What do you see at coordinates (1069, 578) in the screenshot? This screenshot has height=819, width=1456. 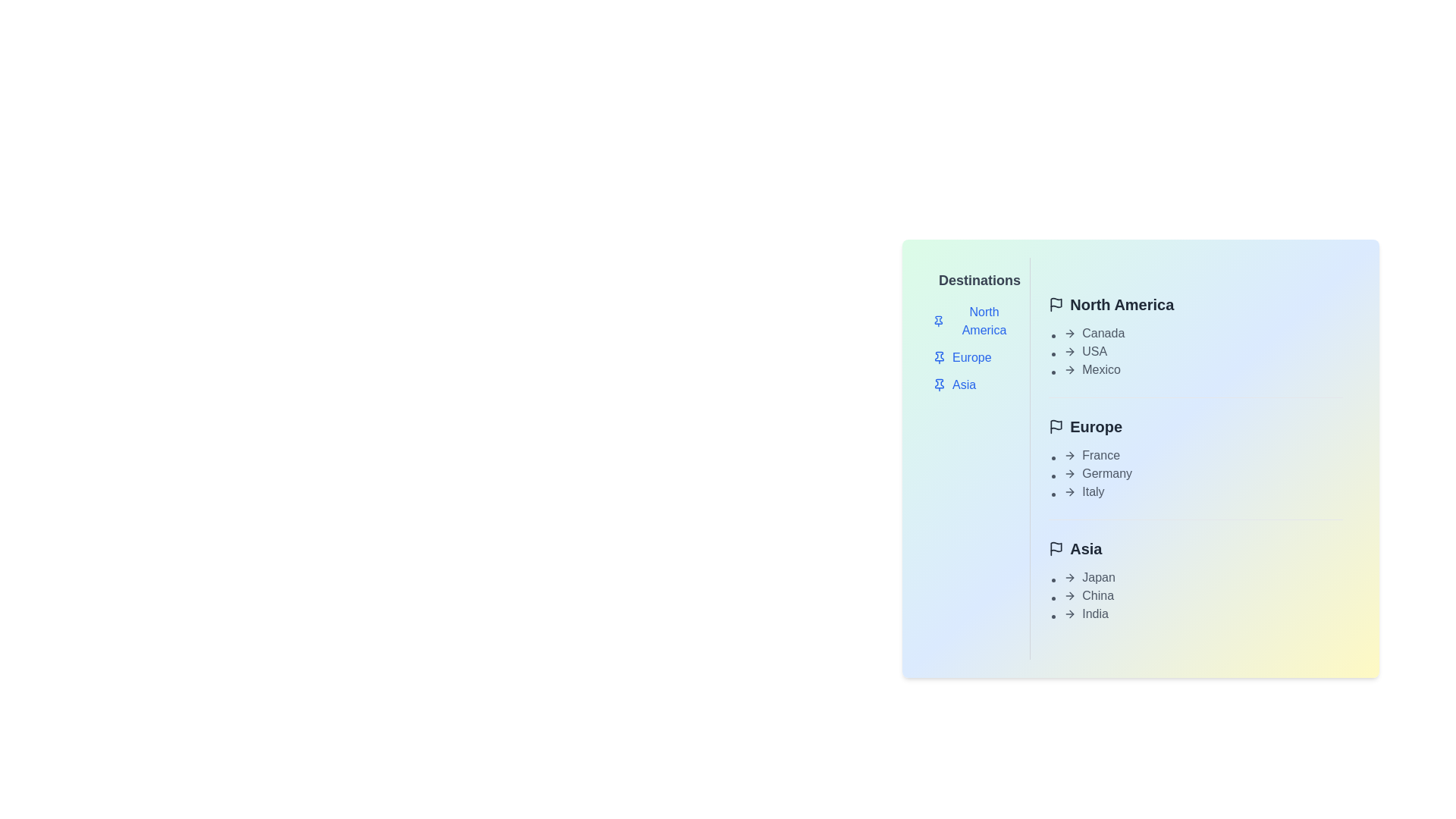 I see `the arrow icon located to the immediate left of the text 'Japan' under the 'Asia' section to initiate navigation` at bounding box center [1069, 578].